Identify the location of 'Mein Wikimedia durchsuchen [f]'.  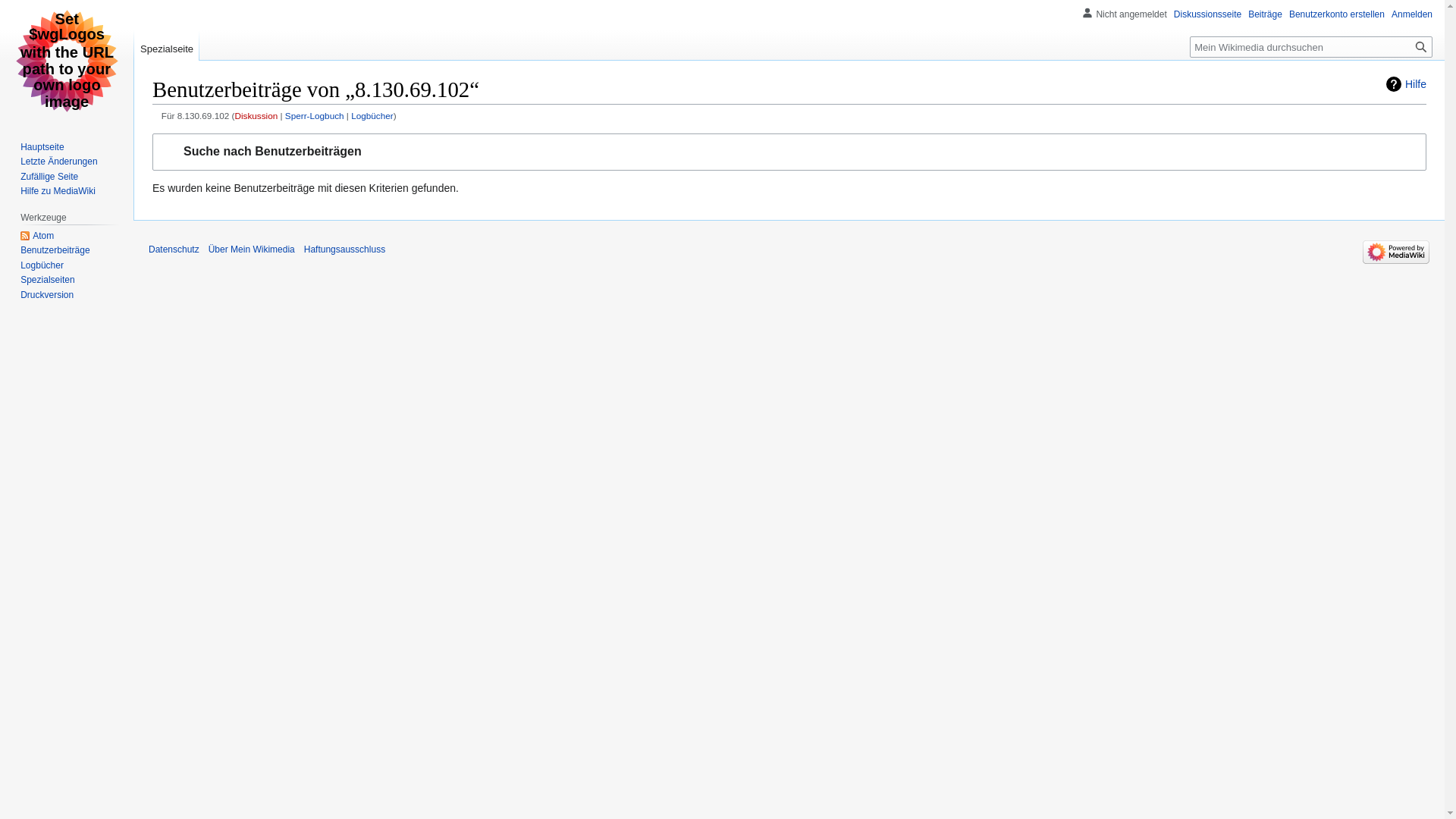
(1310, 45).